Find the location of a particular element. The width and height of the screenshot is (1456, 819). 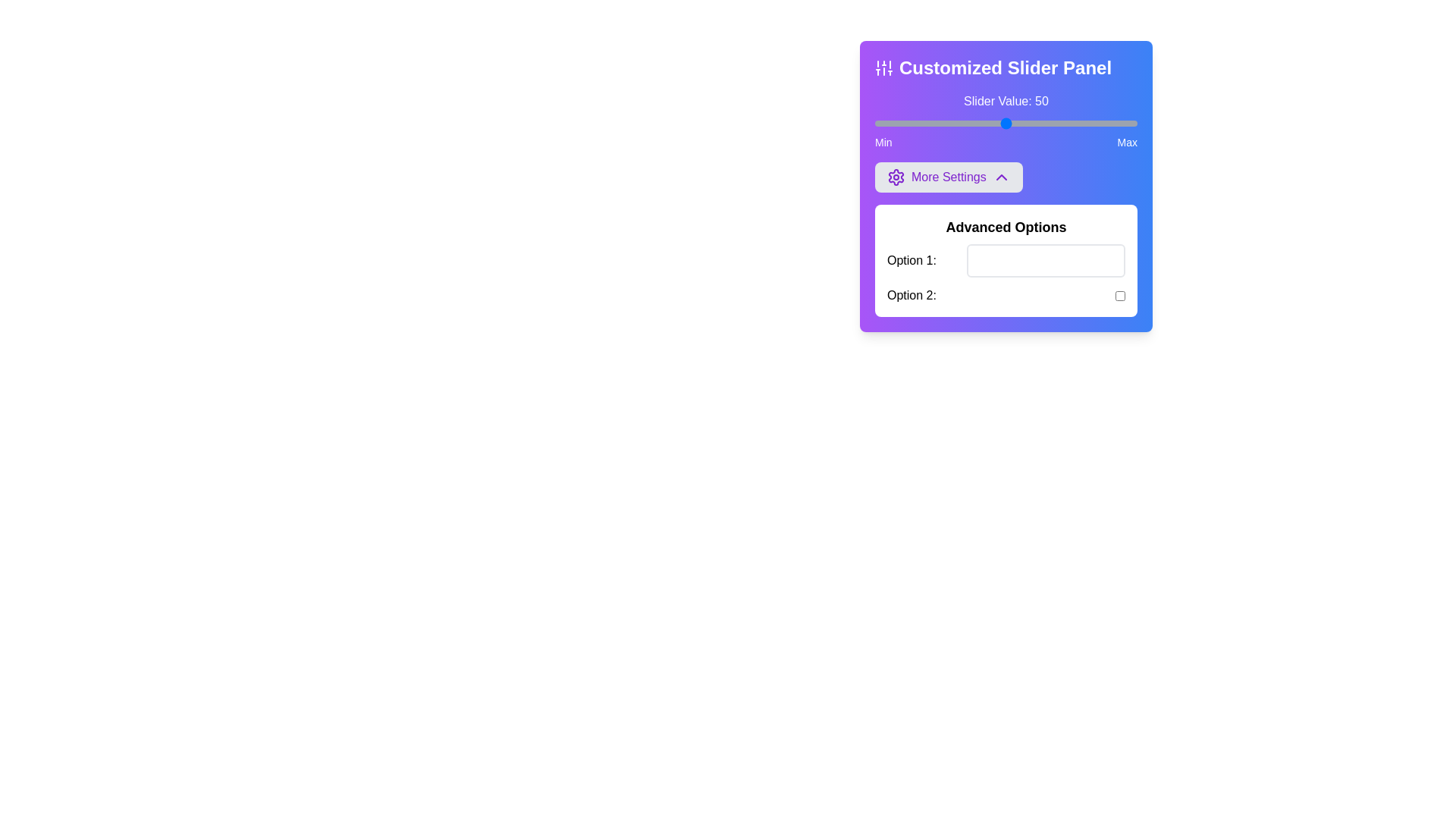

text content of the Header Label located at the top of the options section, just below the 'More Settings' toggle button is located at coordinates (1006, 227).